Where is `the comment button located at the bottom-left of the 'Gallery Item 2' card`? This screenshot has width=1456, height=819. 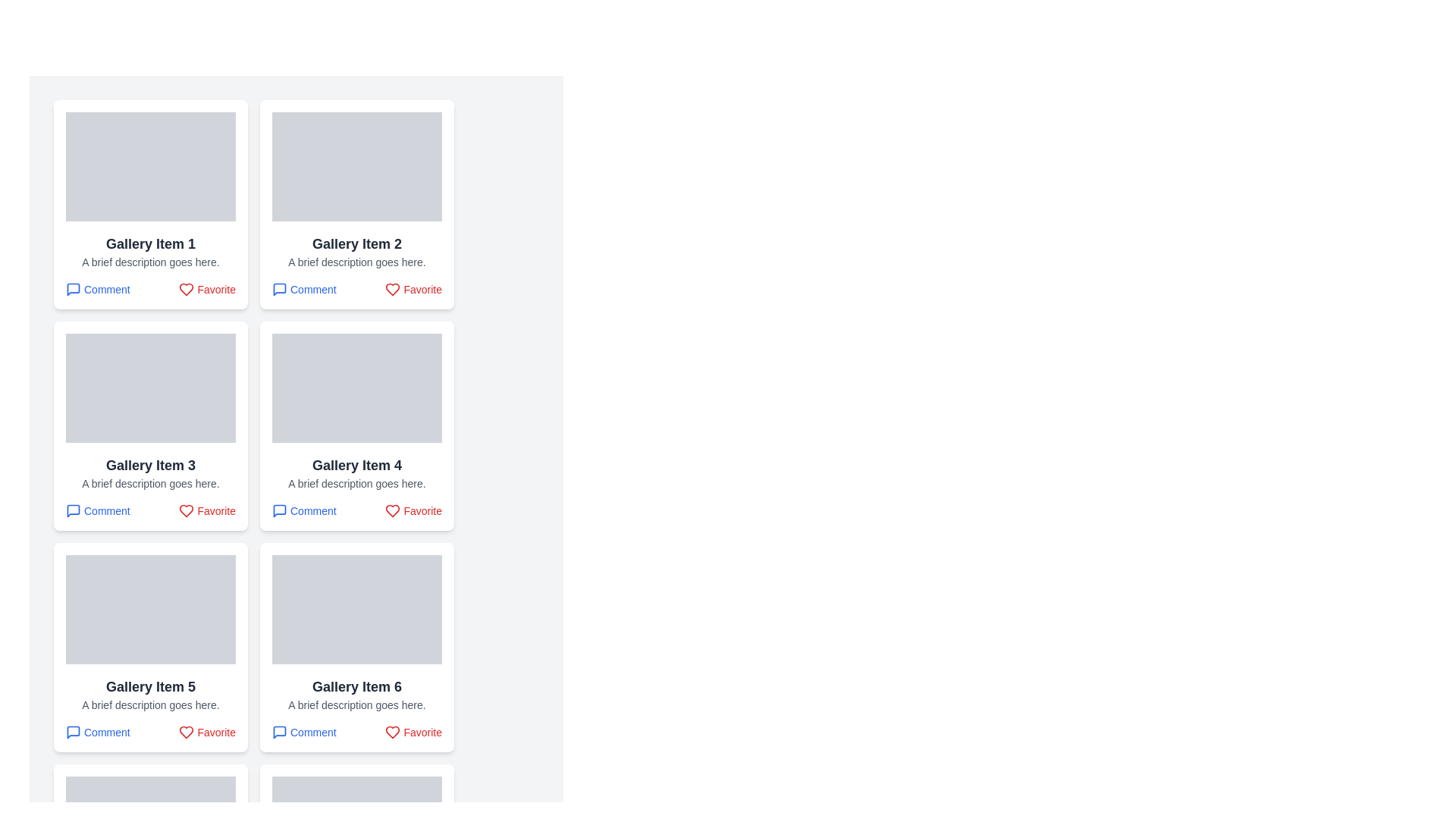 the comment button located at the bottom-left of the 'Gallery Item 2' card is located at coordinates (303, 289).